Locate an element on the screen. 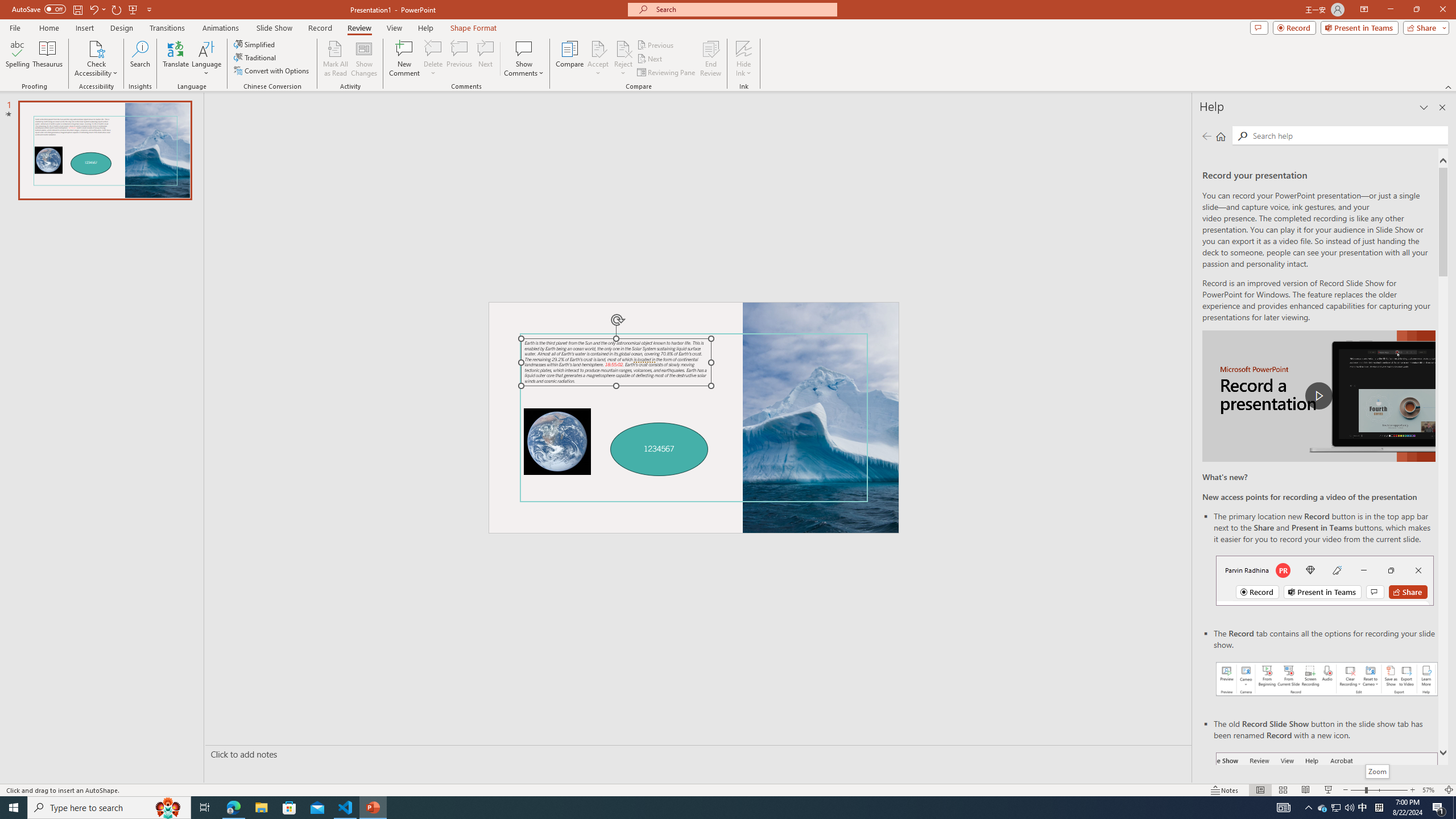 The height and width of the screenshot is (819, 1456). 'Traditional' is located at coordinates (255, 56).